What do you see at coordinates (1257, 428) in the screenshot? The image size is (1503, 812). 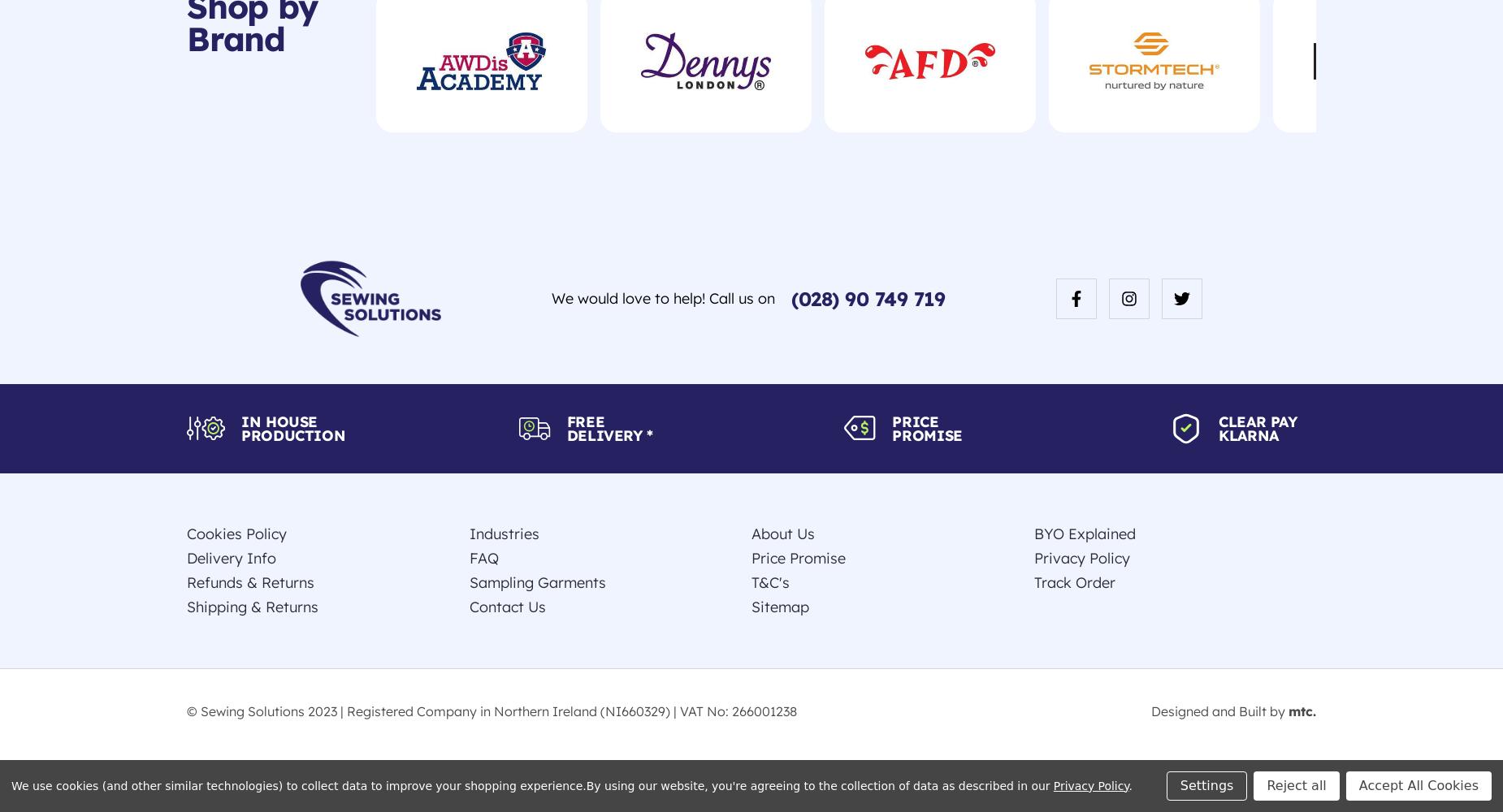 I see `'Clear Pay Klarna'` at bounding box center [1257, 428].